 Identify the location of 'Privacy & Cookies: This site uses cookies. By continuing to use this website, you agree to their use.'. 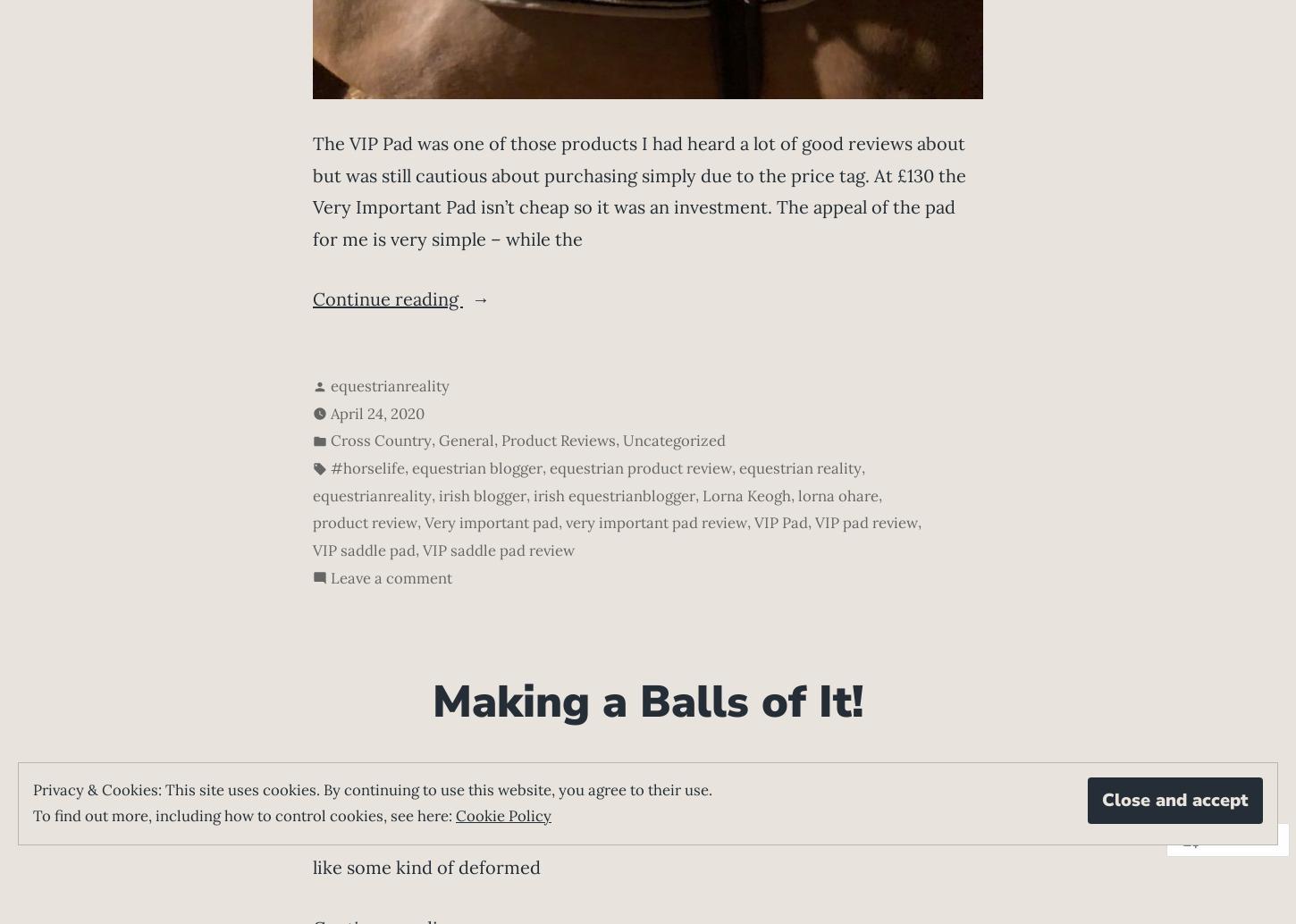
(32, 788).